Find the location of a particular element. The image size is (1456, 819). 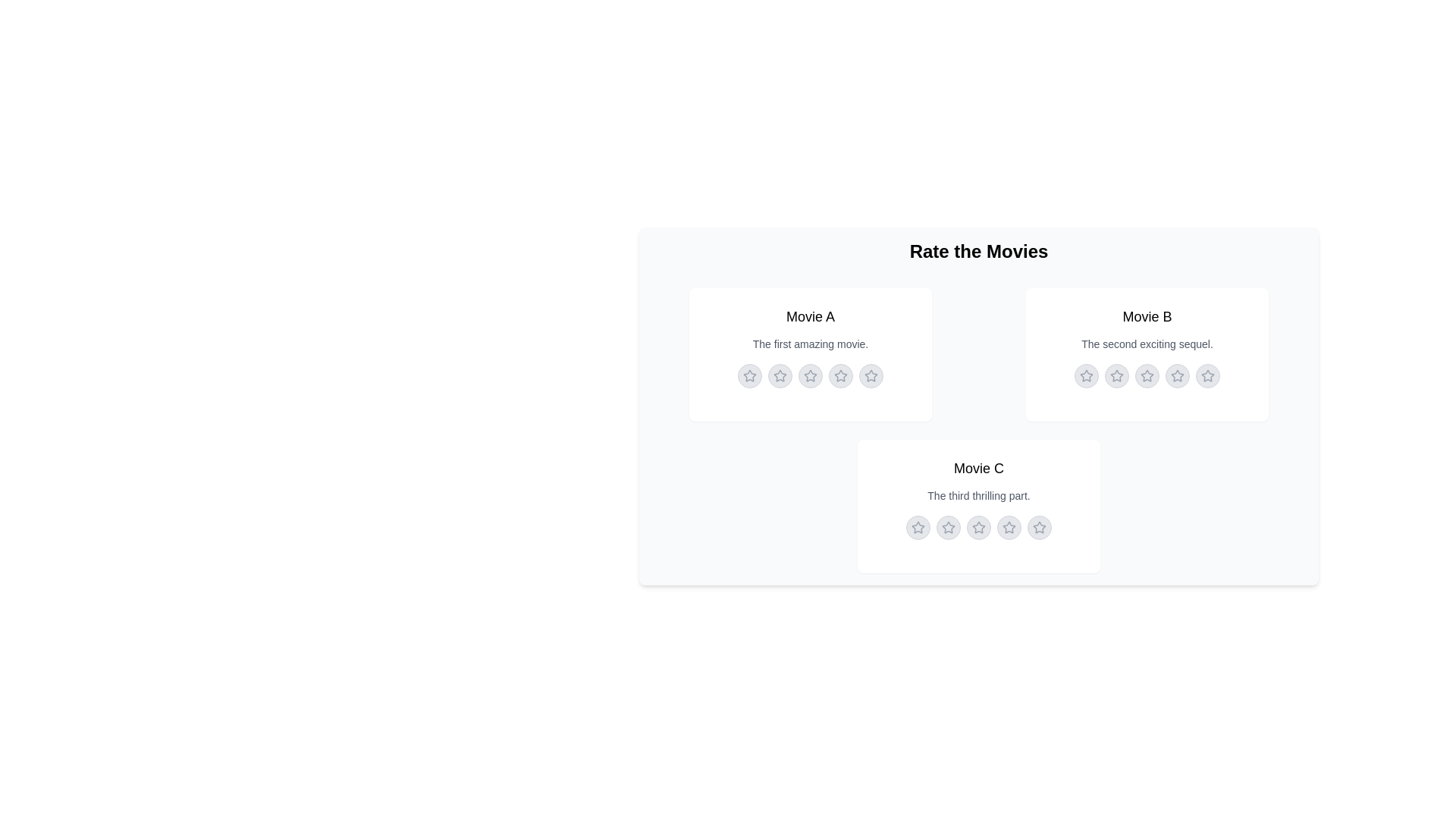

the fourth rating star SVG icon for 'Movie B', which is part of the star-based rating system is located at coordinates (1177, 375).